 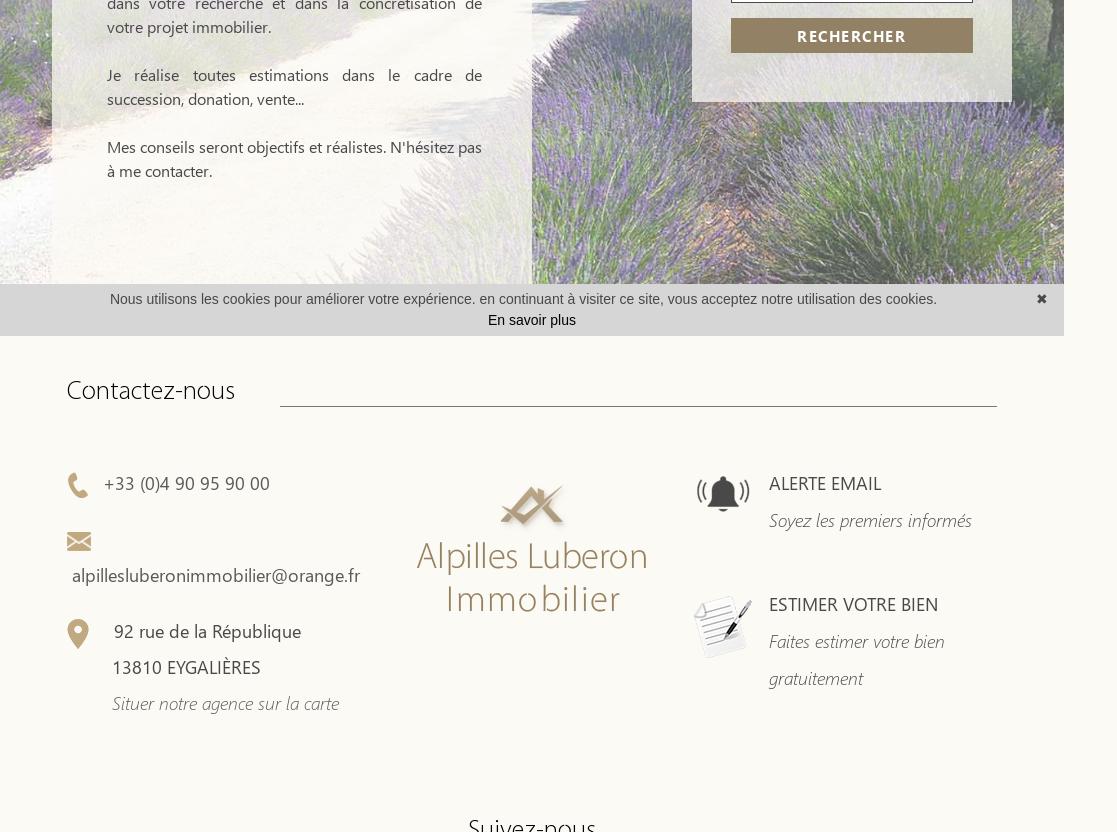 What do you see at coordinates (769, 520) in the screenshot?
I see `'Soyez les premiers informés'` at bounding box center [769, 520].